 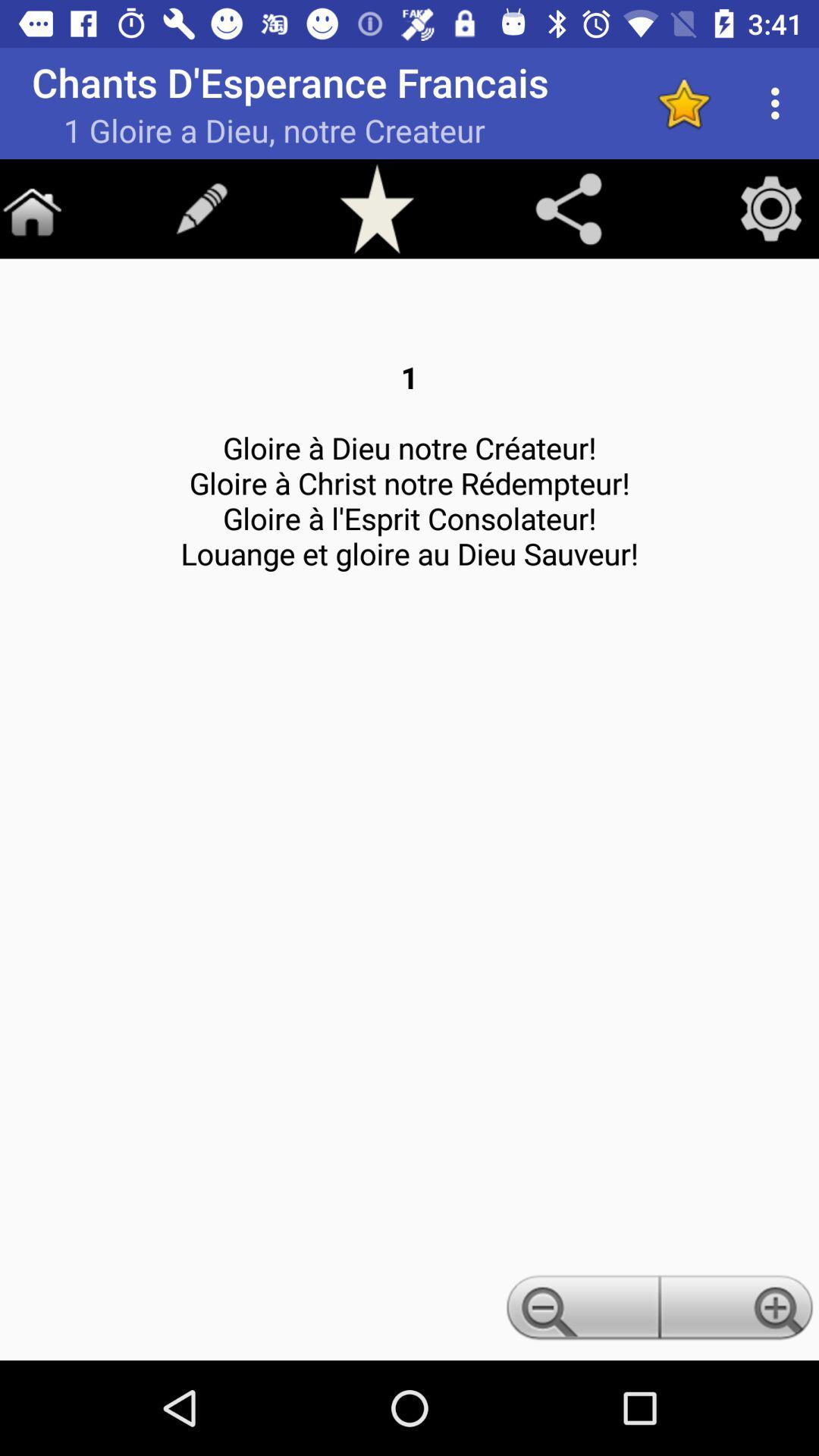 I want to click on the share icon, so click(x=568, y=208).